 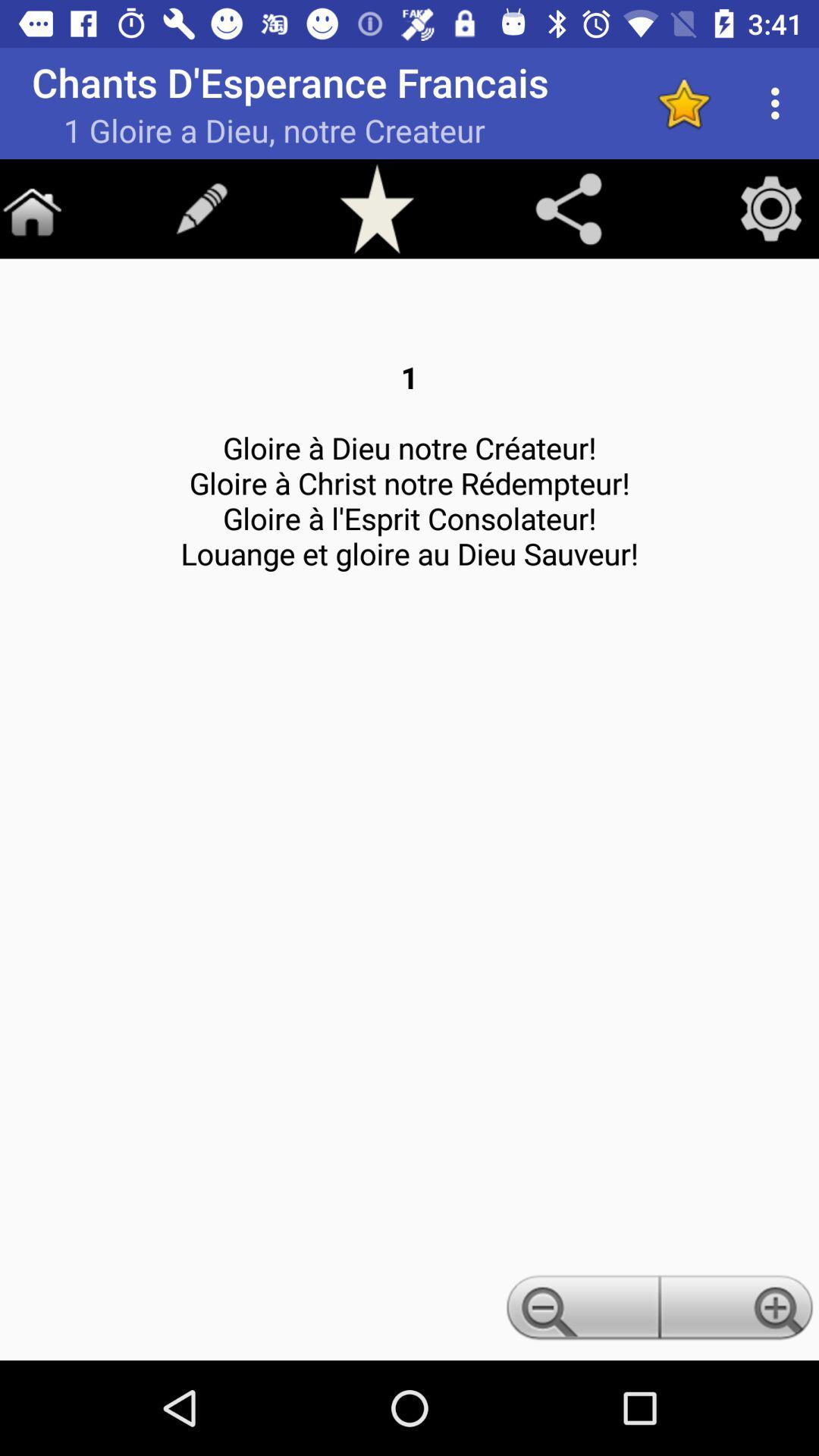 I want to click on the share icon, so click(x=568, y=208).